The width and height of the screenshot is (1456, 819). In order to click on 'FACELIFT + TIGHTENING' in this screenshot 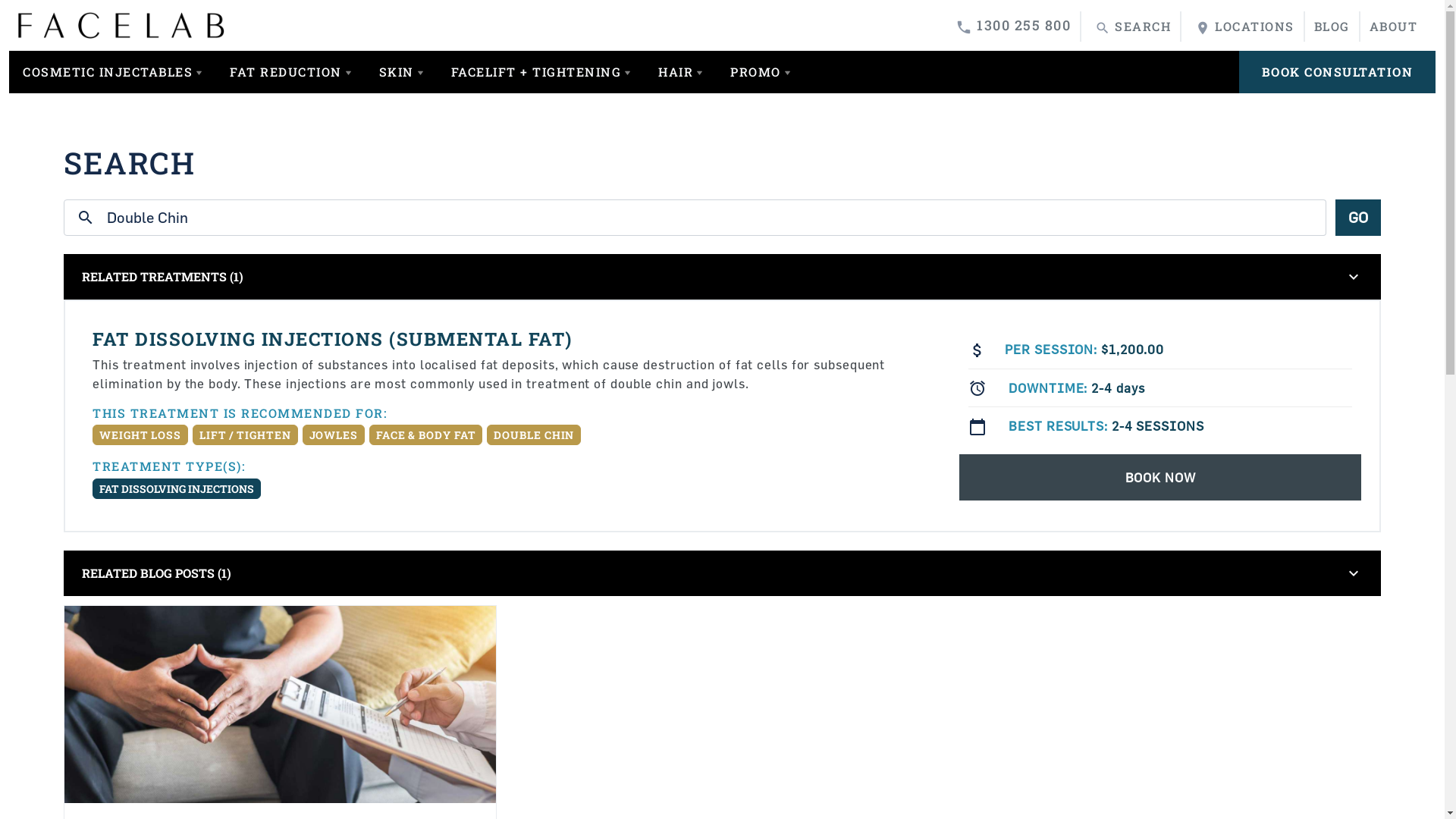, I will do `click(436, 72)`.